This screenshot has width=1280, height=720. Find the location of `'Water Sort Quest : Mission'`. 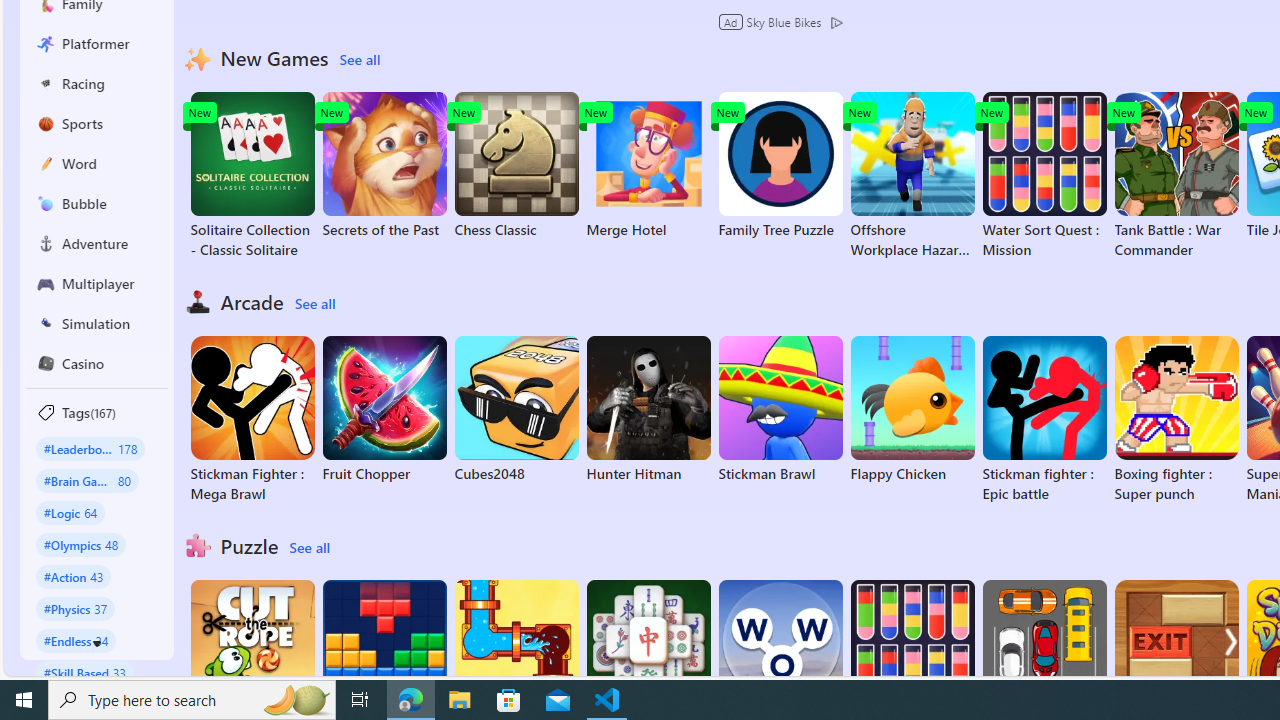

'Water Sort Quest : Mission' is located at coordinates (1043, 175).